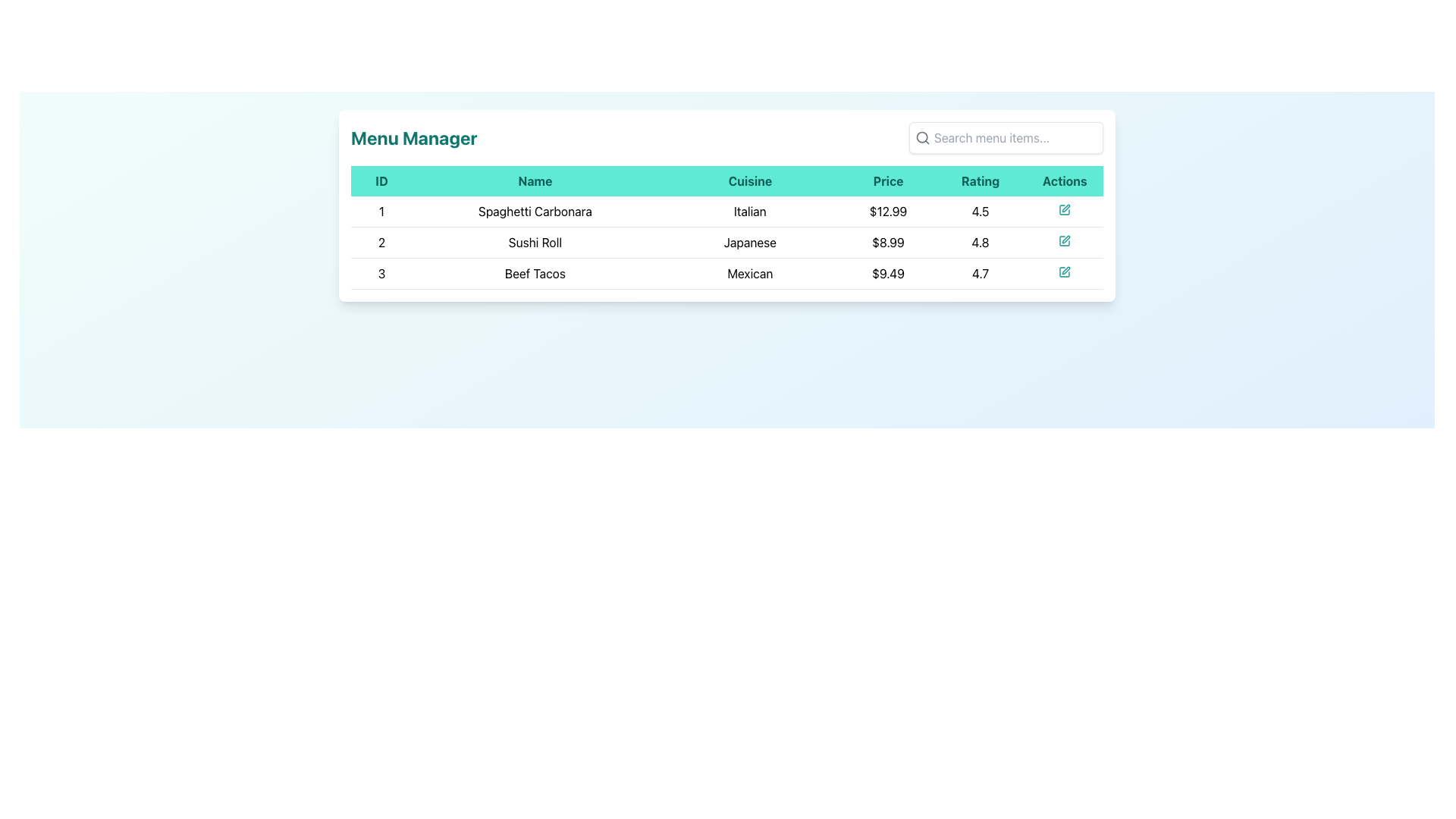 The width and height of the screenshot is (1456, 819). I want to click on the Text label that represents the type of cuisine in the third row of the table under the 'Cuisine' column, located between 'Beef Tacos' and the price '$9.49', so click(750, 274).